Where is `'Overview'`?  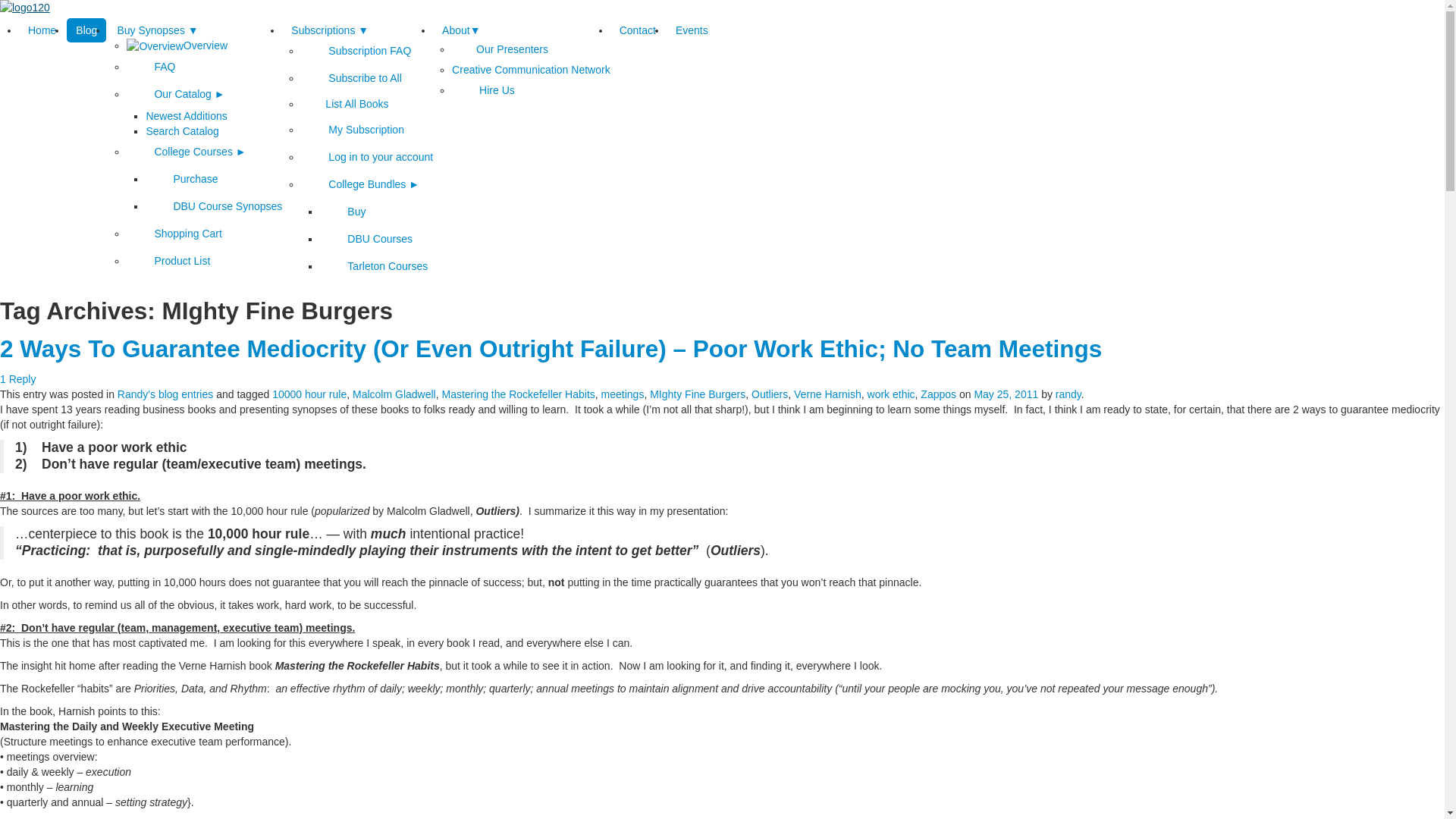
'Overview' is located at coordinates (127, 45).